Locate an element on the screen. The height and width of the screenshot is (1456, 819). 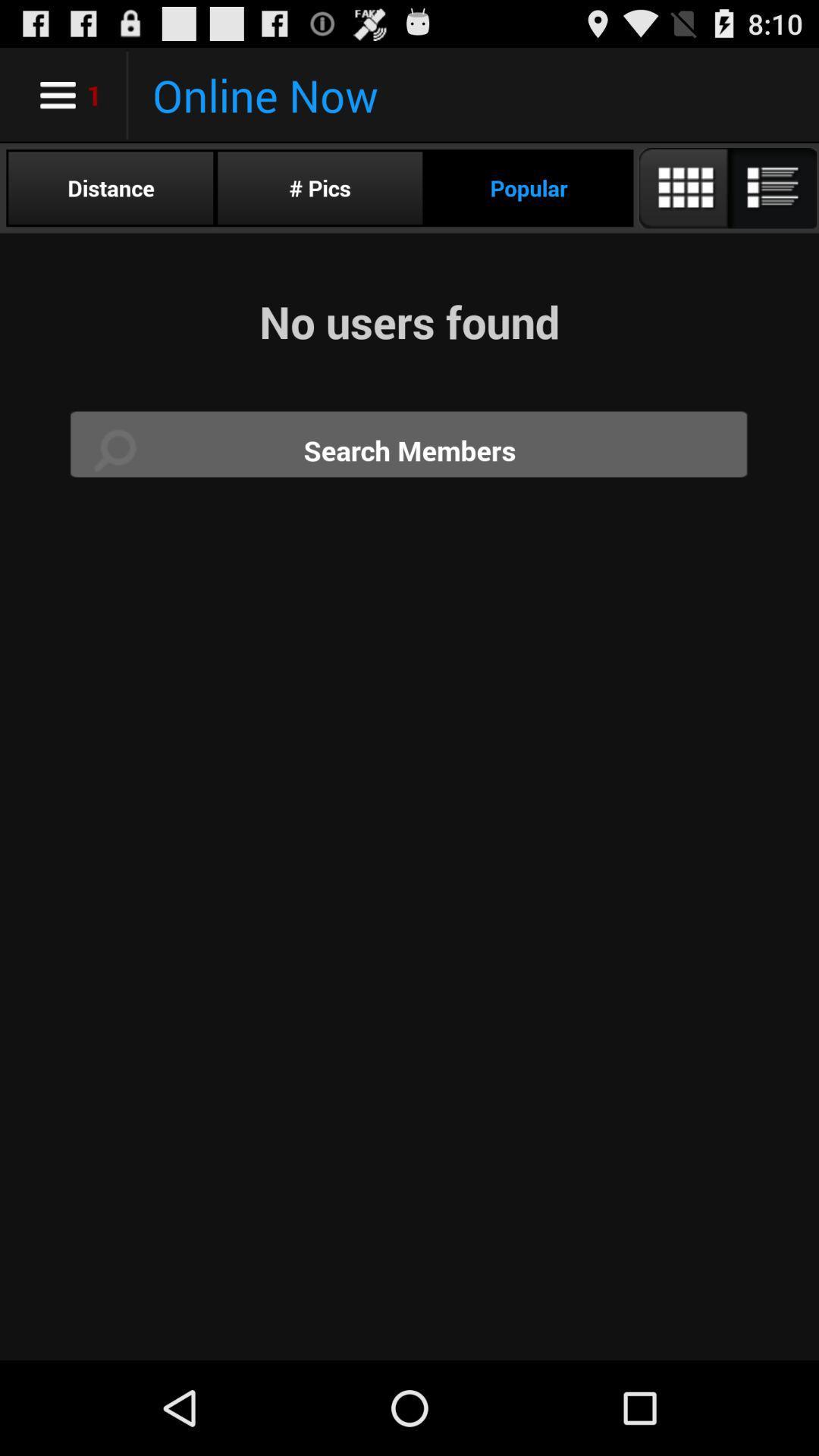
search box is located at coordinates (409, 450).